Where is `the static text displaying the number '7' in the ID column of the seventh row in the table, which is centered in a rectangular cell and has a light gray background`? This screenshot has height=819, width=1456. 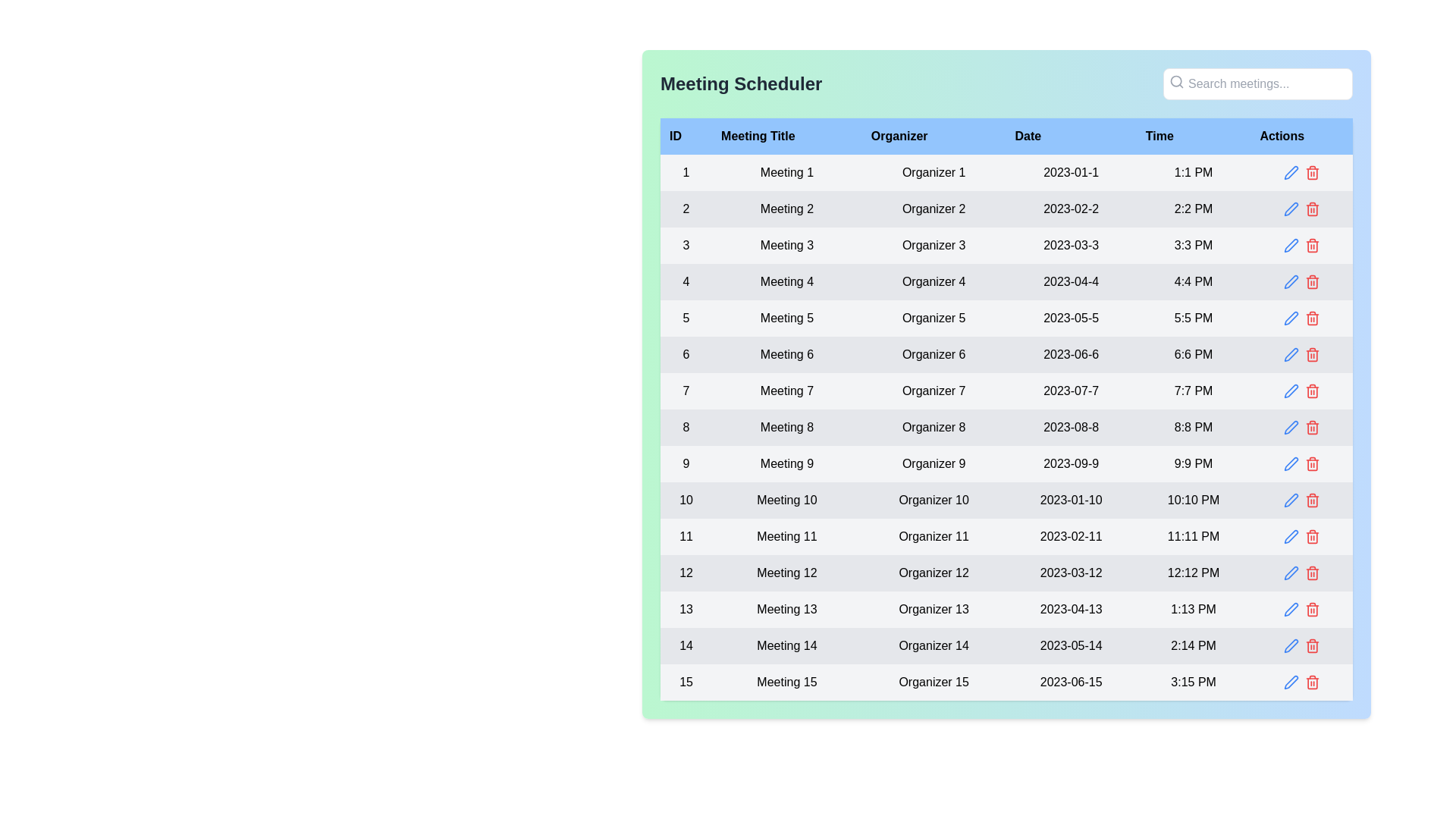 the static text displaying the number '7' in the ID column of the seventh row in the table, which is centered in a rectangular cell and has a light gray background is located at coordinates (686, 391).